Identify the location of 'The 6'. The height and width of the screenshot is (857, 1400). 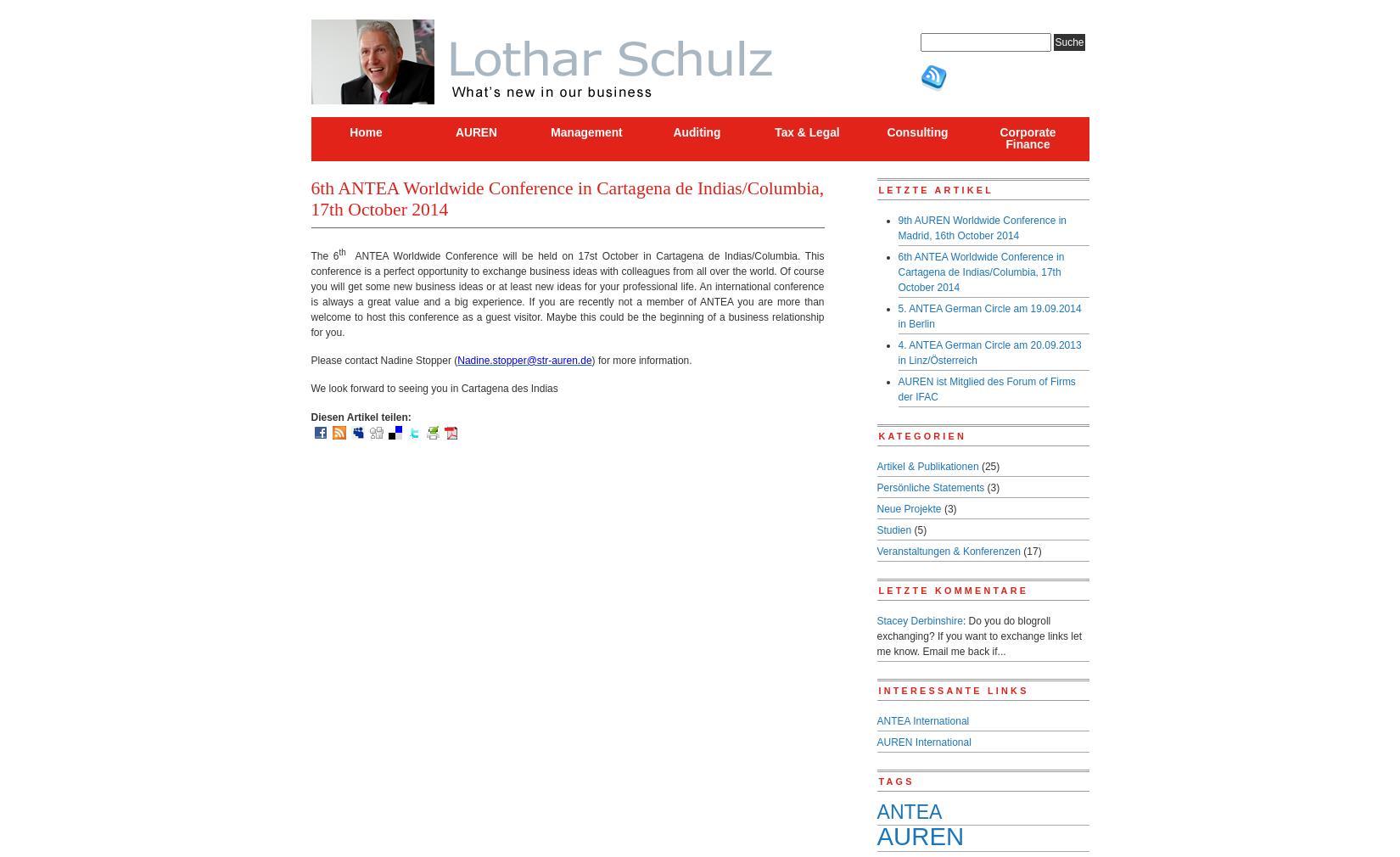
(310, 255).